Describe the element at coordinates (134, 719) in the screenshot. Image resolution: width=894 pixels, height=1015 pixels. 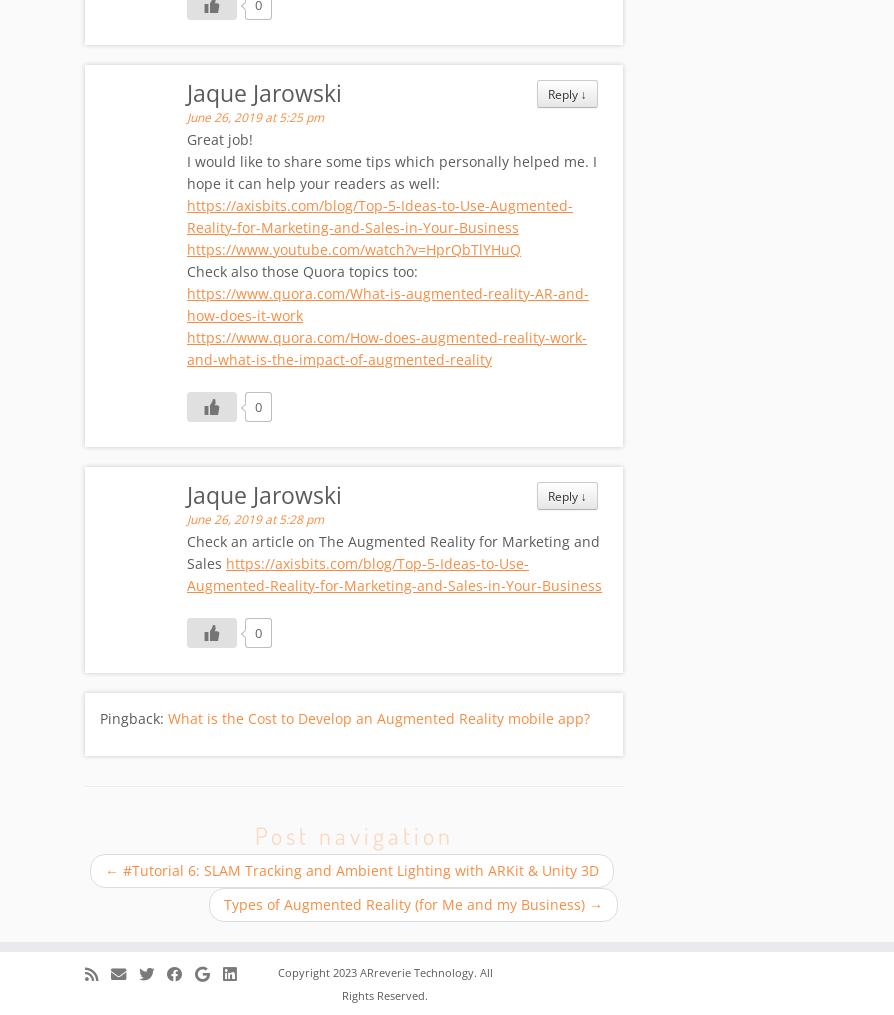
I see `'Pingback:'` at that location.